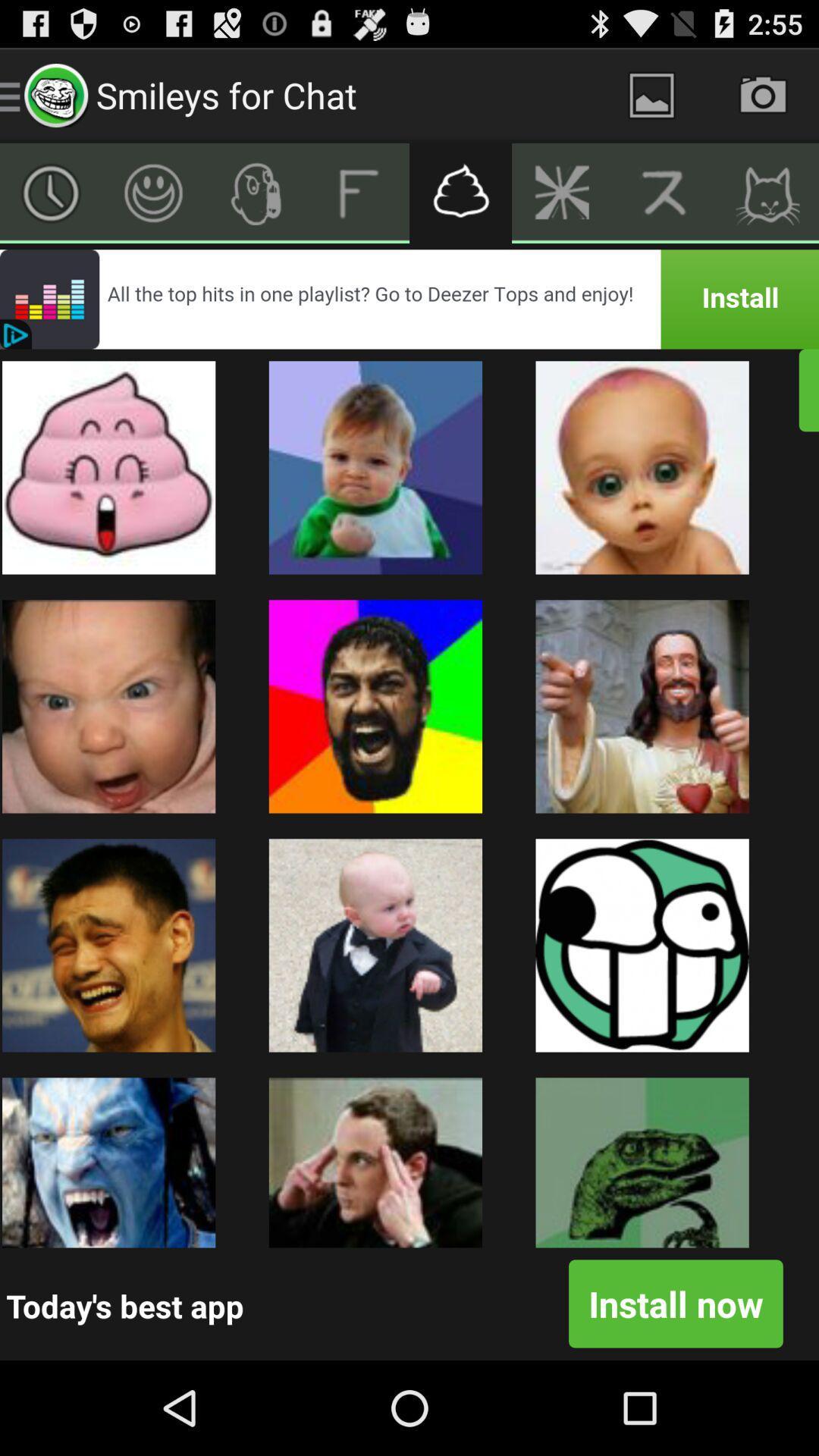  What do you see at coordinates (50, 192) in the screenshot?
I see `clock screen` at bounding box center [50, 192].